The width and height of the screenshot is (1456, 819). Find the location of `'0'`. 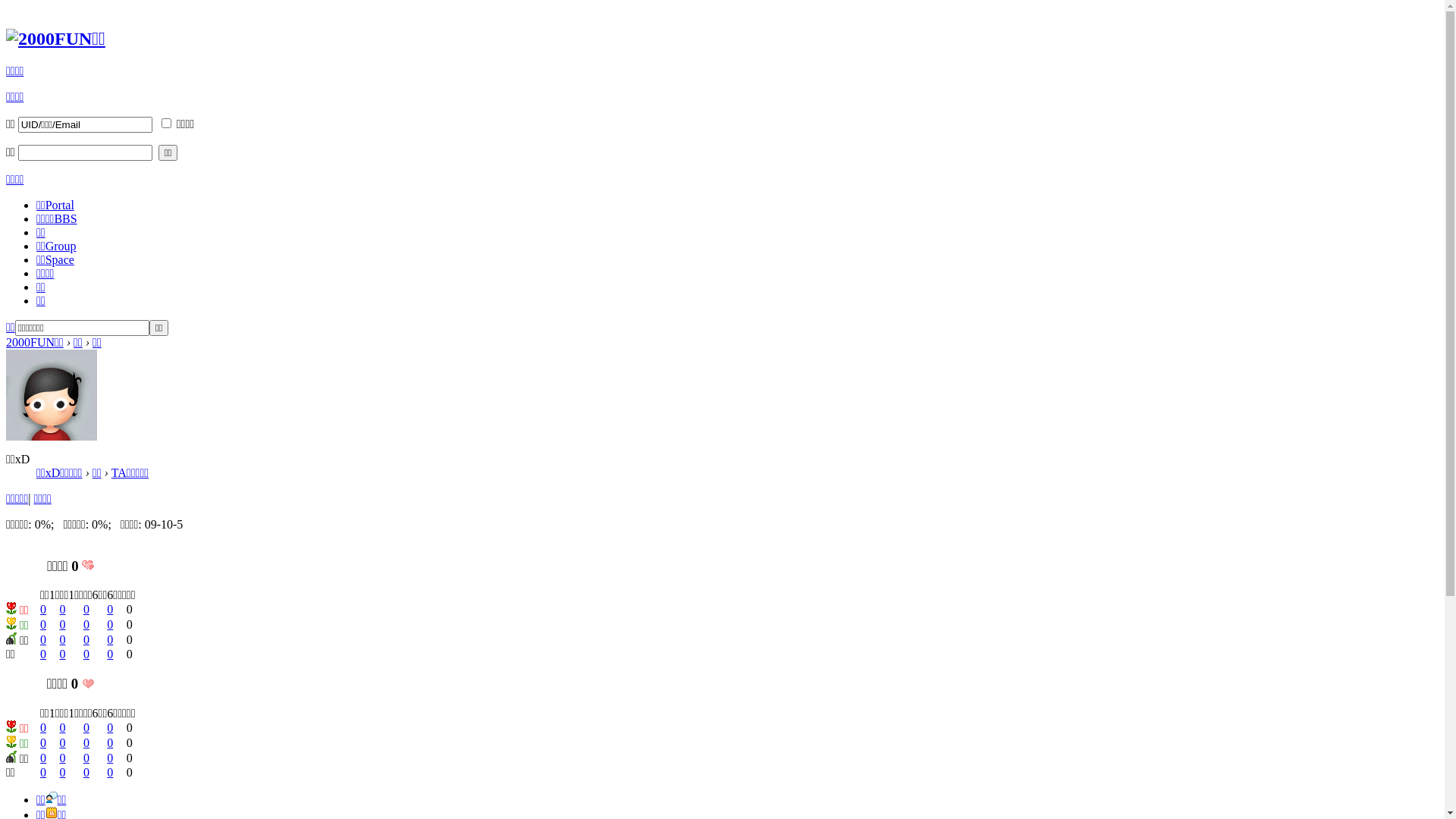

'0' is located at coordinates (61, 772).